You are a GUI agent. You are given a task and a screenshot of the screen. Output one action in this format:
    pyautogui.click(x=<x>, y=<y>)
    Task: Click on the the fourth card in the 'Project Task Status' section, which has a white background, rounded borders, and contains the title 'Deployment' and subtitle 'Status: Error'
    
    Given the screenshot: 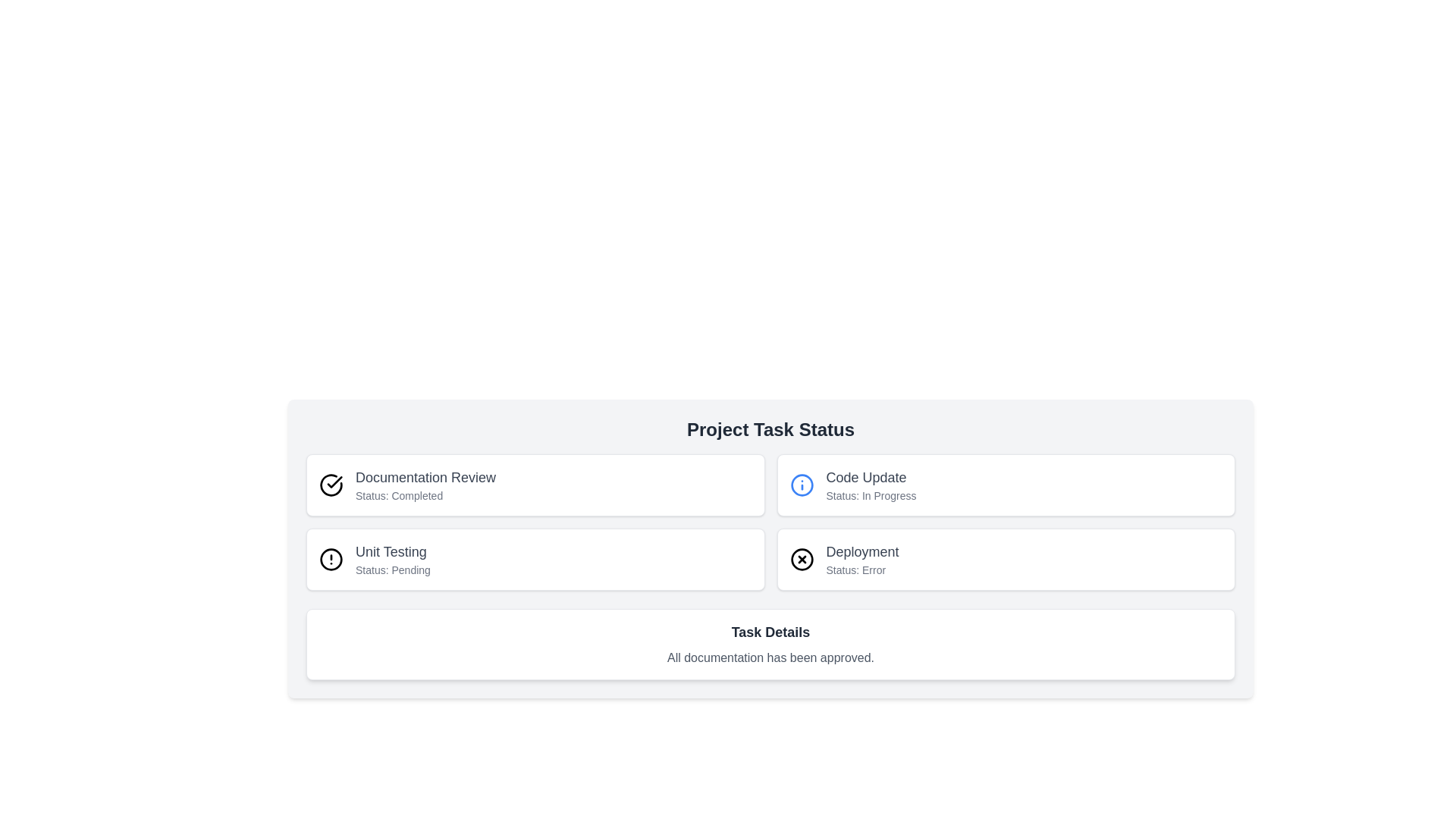 What is the action you would take?
    pyautogui.click(x=1006, y=559)
    